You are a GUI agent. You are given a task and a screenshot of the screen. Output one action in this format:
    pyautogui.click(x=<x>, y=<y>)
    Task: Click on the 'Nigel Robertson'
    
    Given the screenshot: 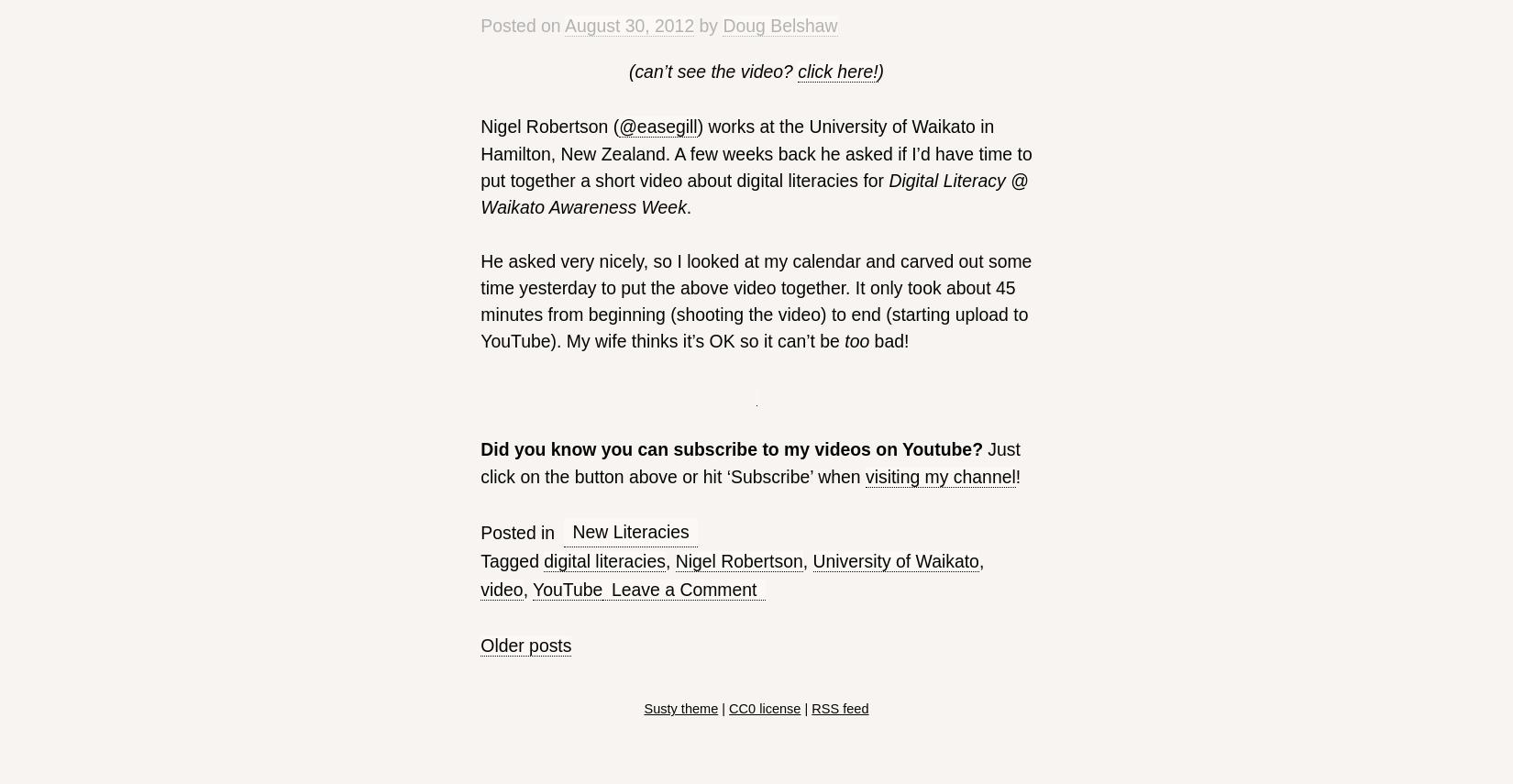 What is the action you would take?
    pyautogui.click(x=674, y=561)
    